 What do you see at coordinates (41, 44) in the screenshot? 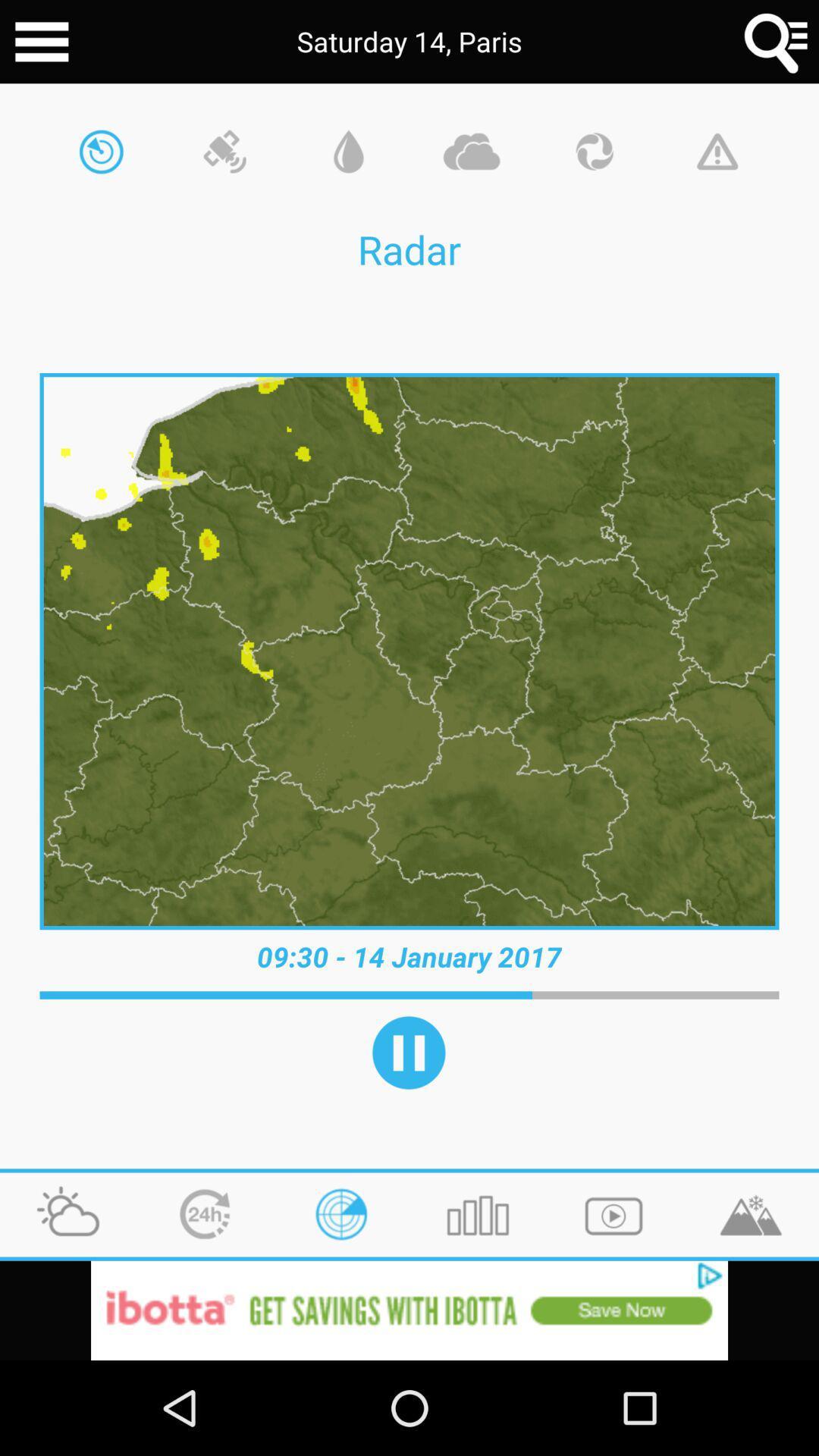
I see `the menu icon` at bounding box center [41, 44].